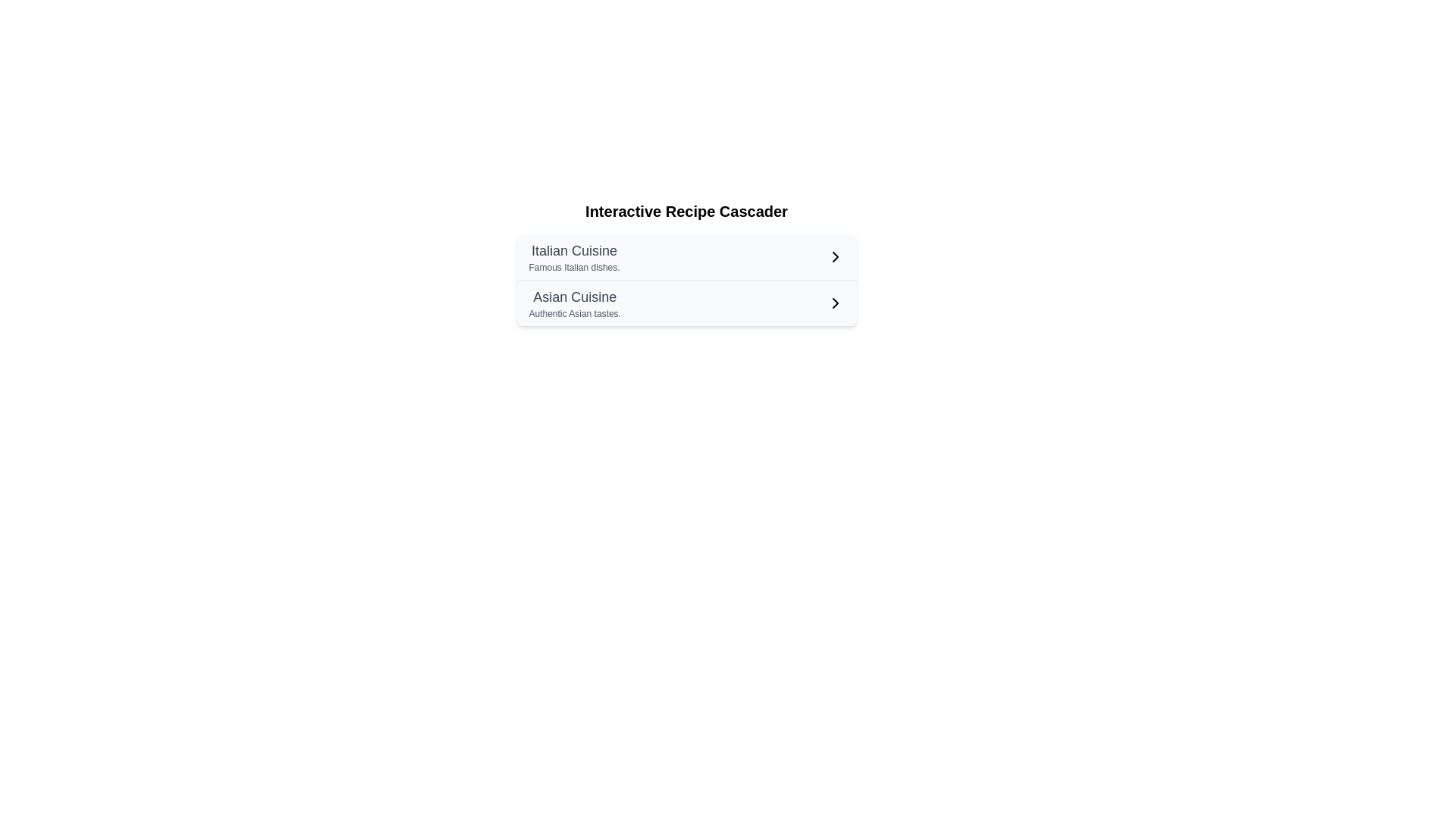 The height and width of the screenshot is (819, 1456). I want to click on the 'Asian Cuisine' button located in the second row of the vertical list, so click(574, 303).